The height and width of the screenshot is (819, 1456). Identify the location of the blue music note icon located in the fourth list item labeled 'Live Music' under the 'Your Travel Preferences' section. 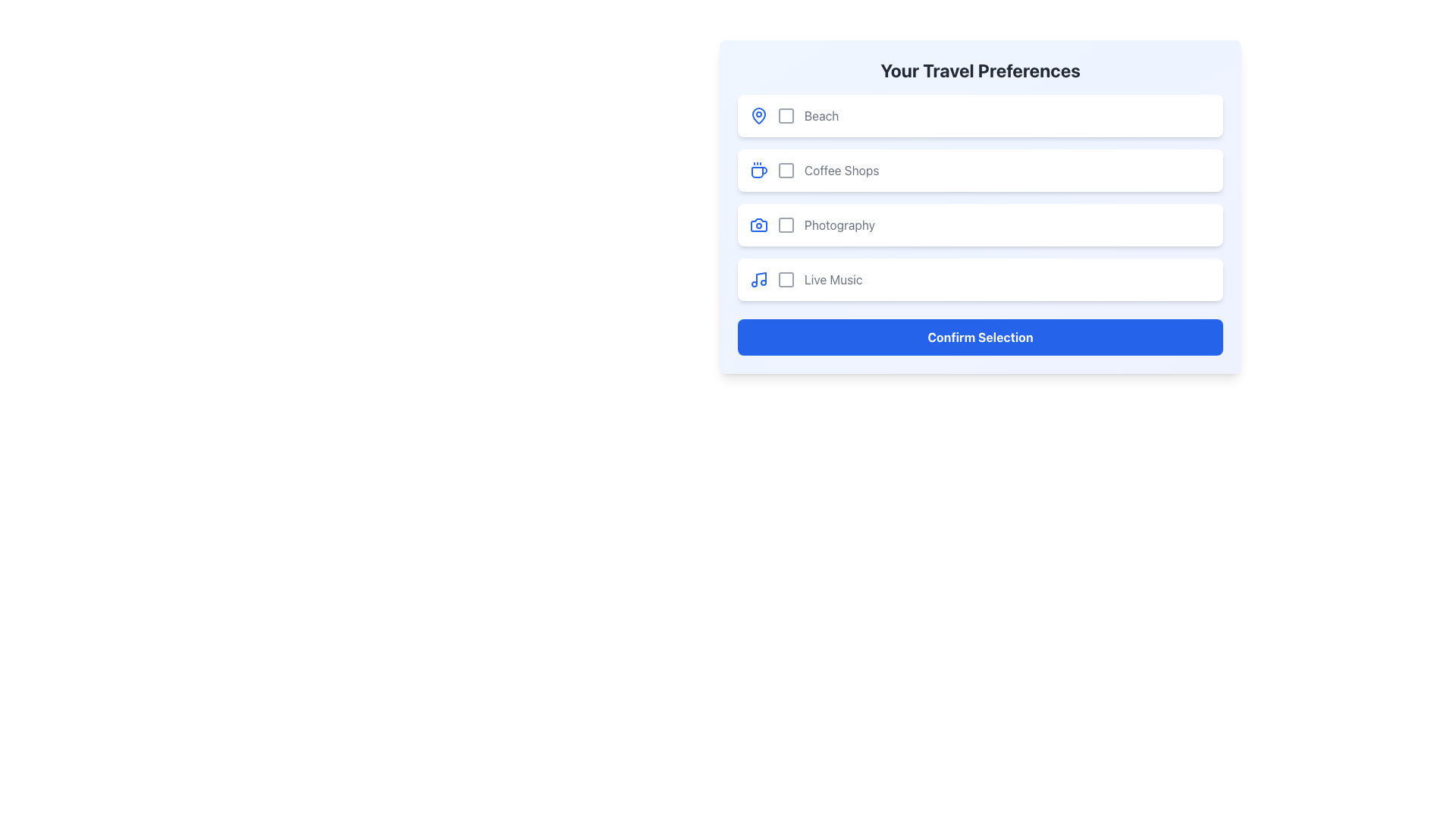
(759, 280).